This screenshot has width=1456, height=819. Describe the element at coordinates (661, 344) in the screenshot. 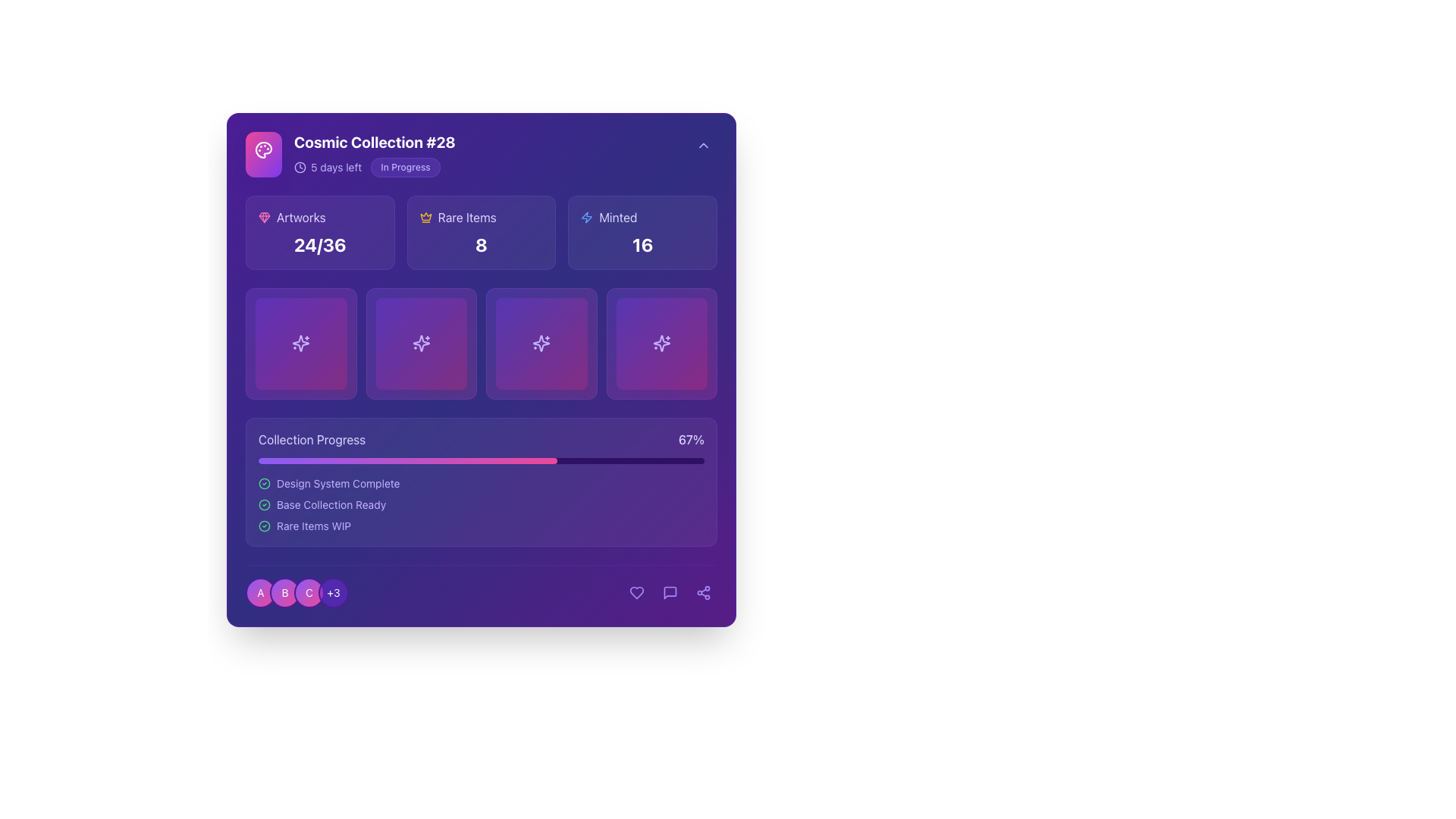

I see `the interactive visual card or grid item with a gradient background from violet to pink, featuring a centered sparkles icon, located as the fourth item in a row of square components, below the Rare Items section` at that location.